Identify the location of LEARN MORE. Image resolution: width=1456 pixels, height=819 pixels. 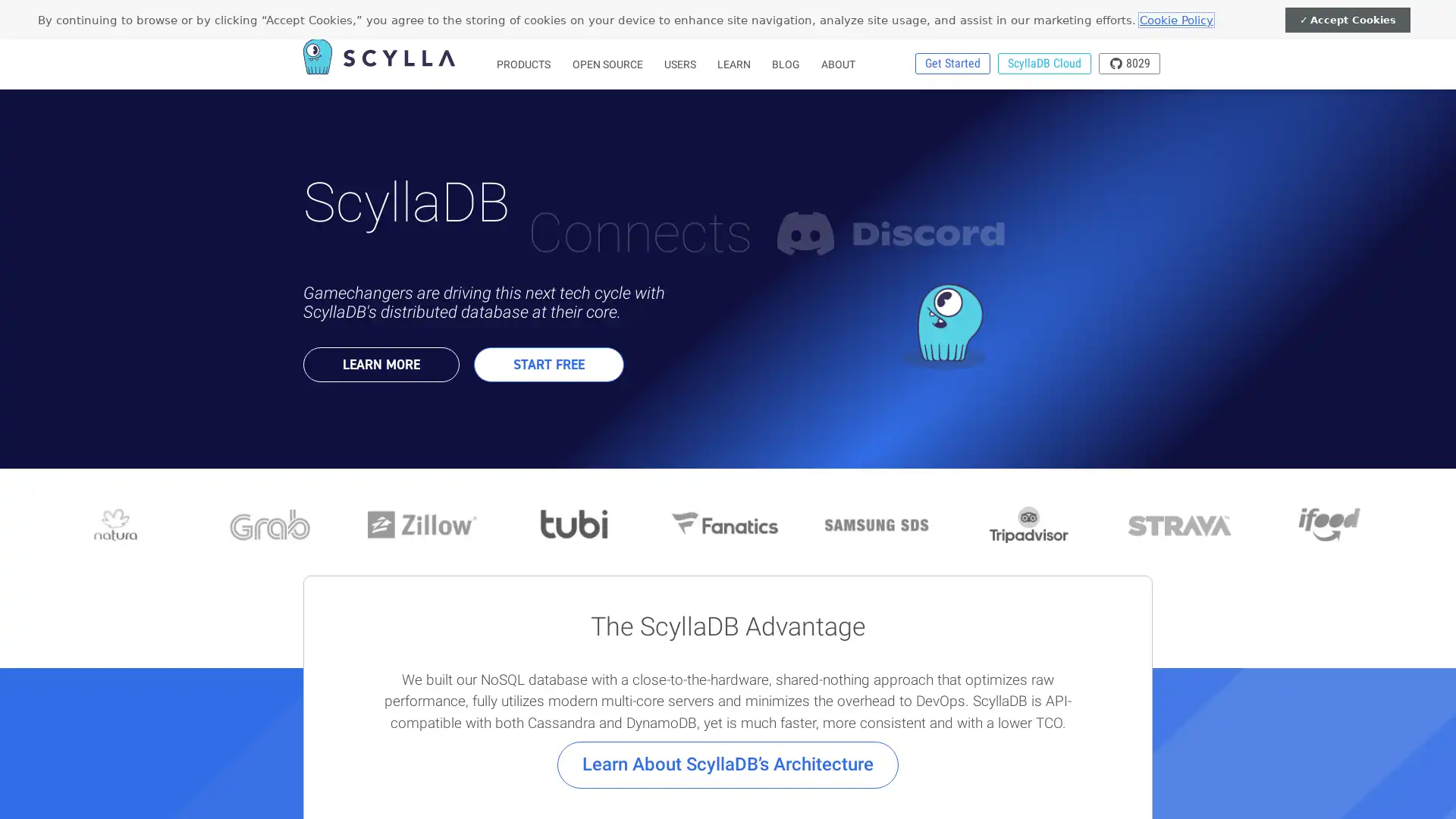
(381, 364).